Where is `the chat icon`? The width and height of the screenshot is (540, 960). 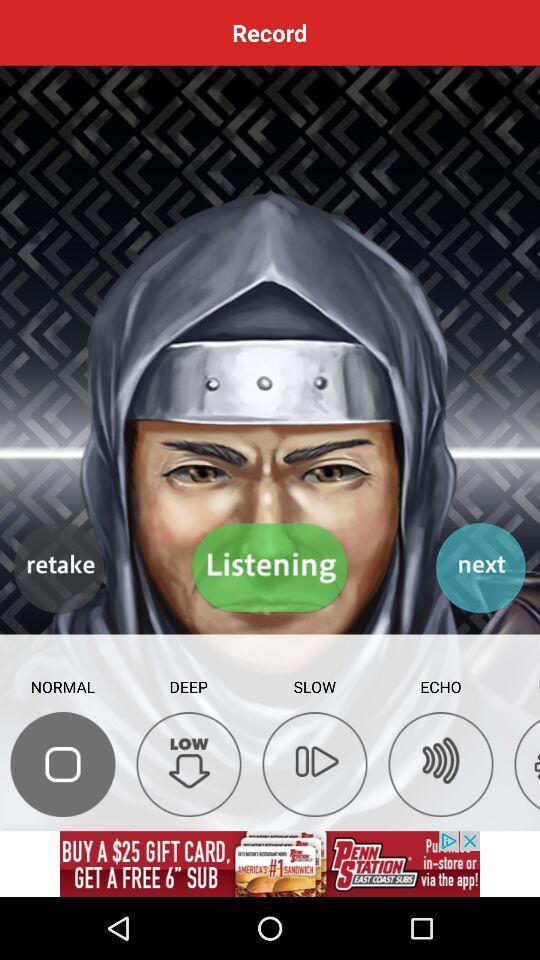 the chat icon is located at coordinates (63, 818).